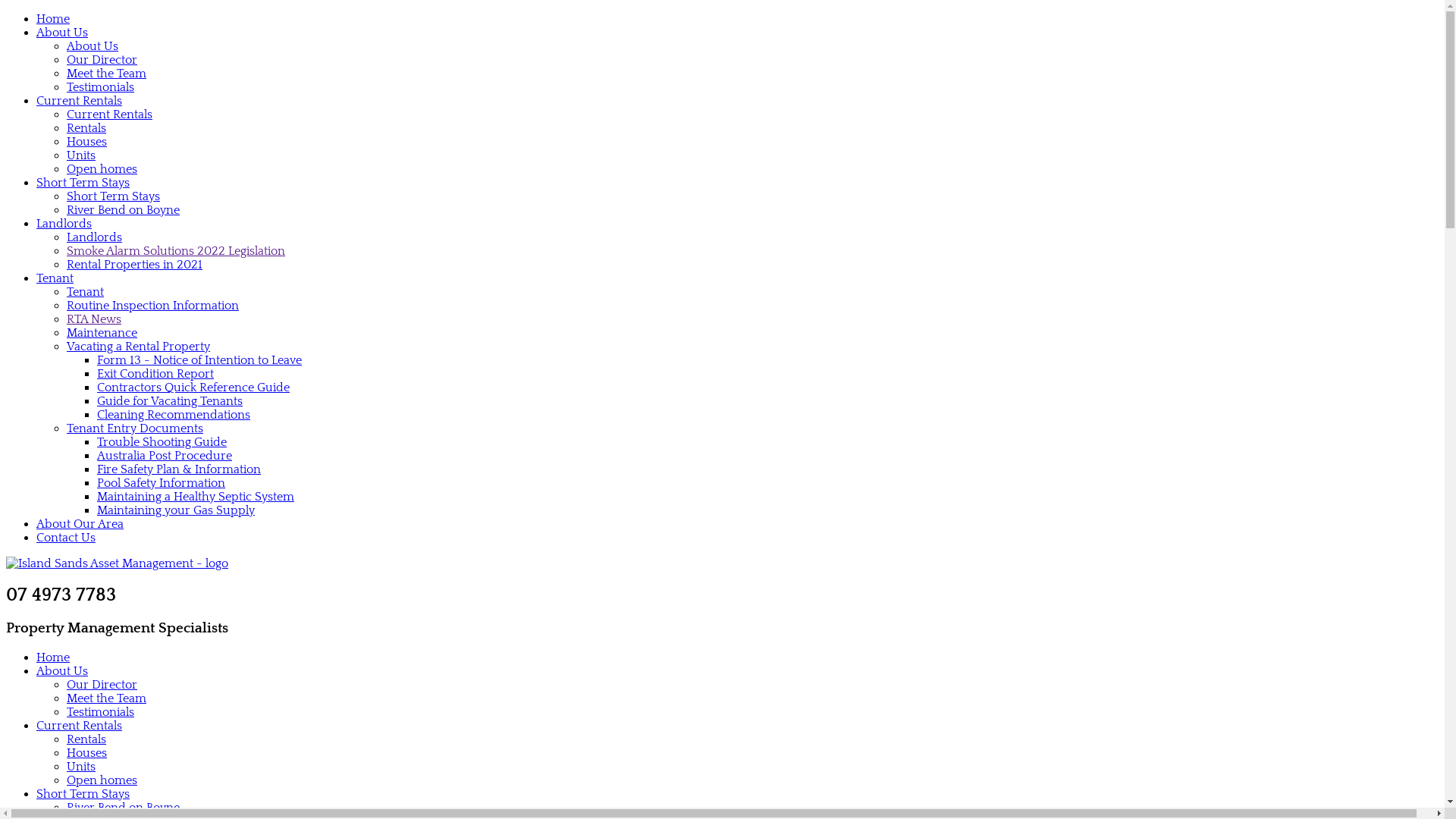  What do you see at coordinates (84, 292) in the screenshot?
I see `'Tenant'` at bounding box center [84, 292].